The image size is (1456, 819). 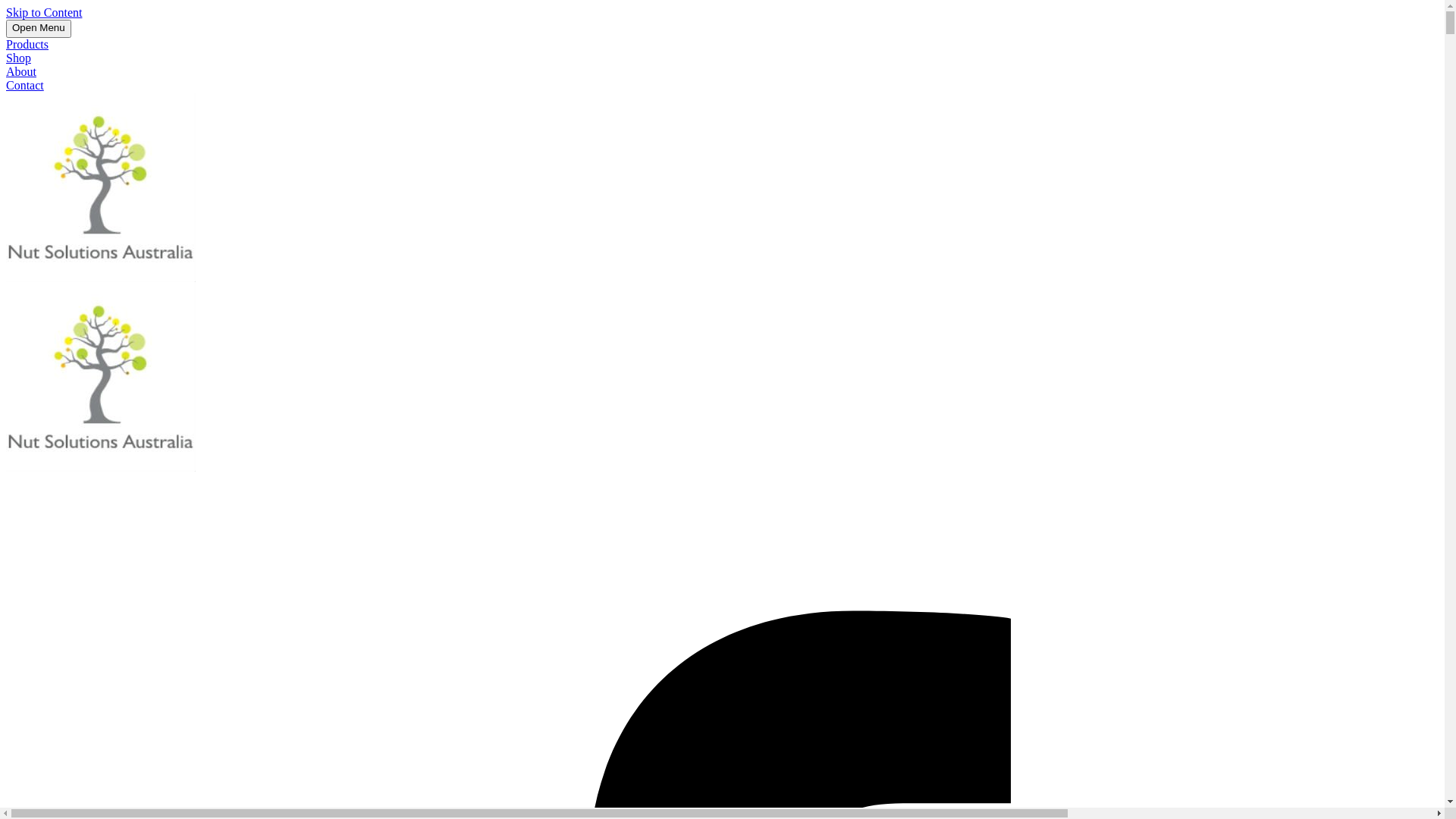 I want to click on 'Shop', so click(x=18, y=57).